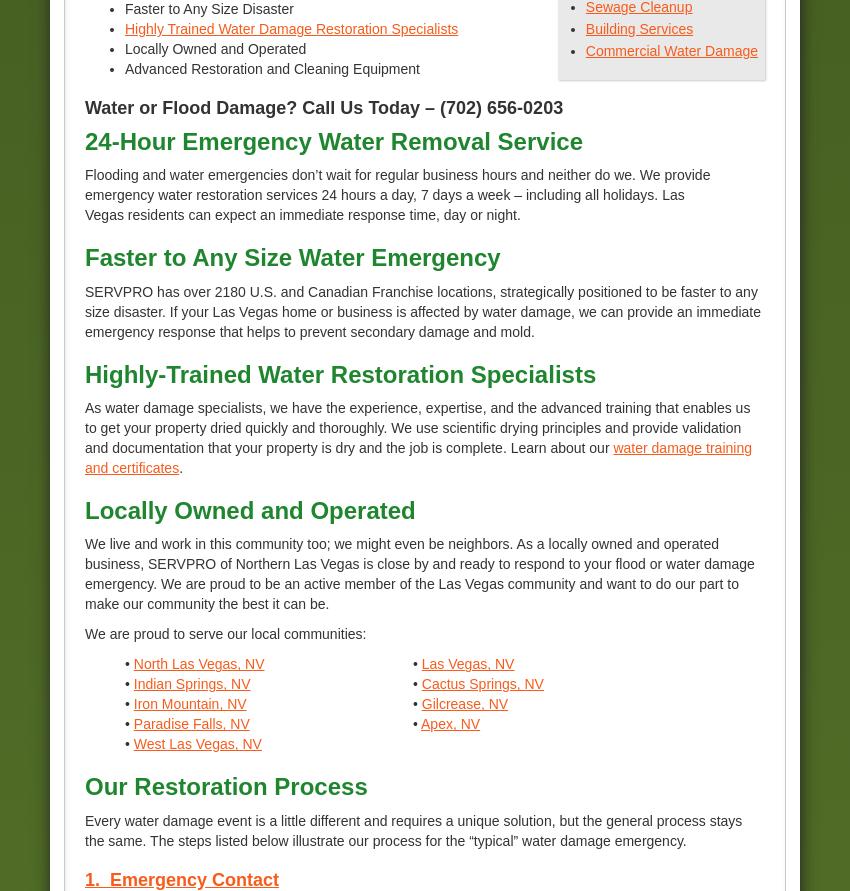  Describe the element at coordinates (291, 257) in the screenshot. I see `'Faster to Any Size Water Emergency'` at that location.